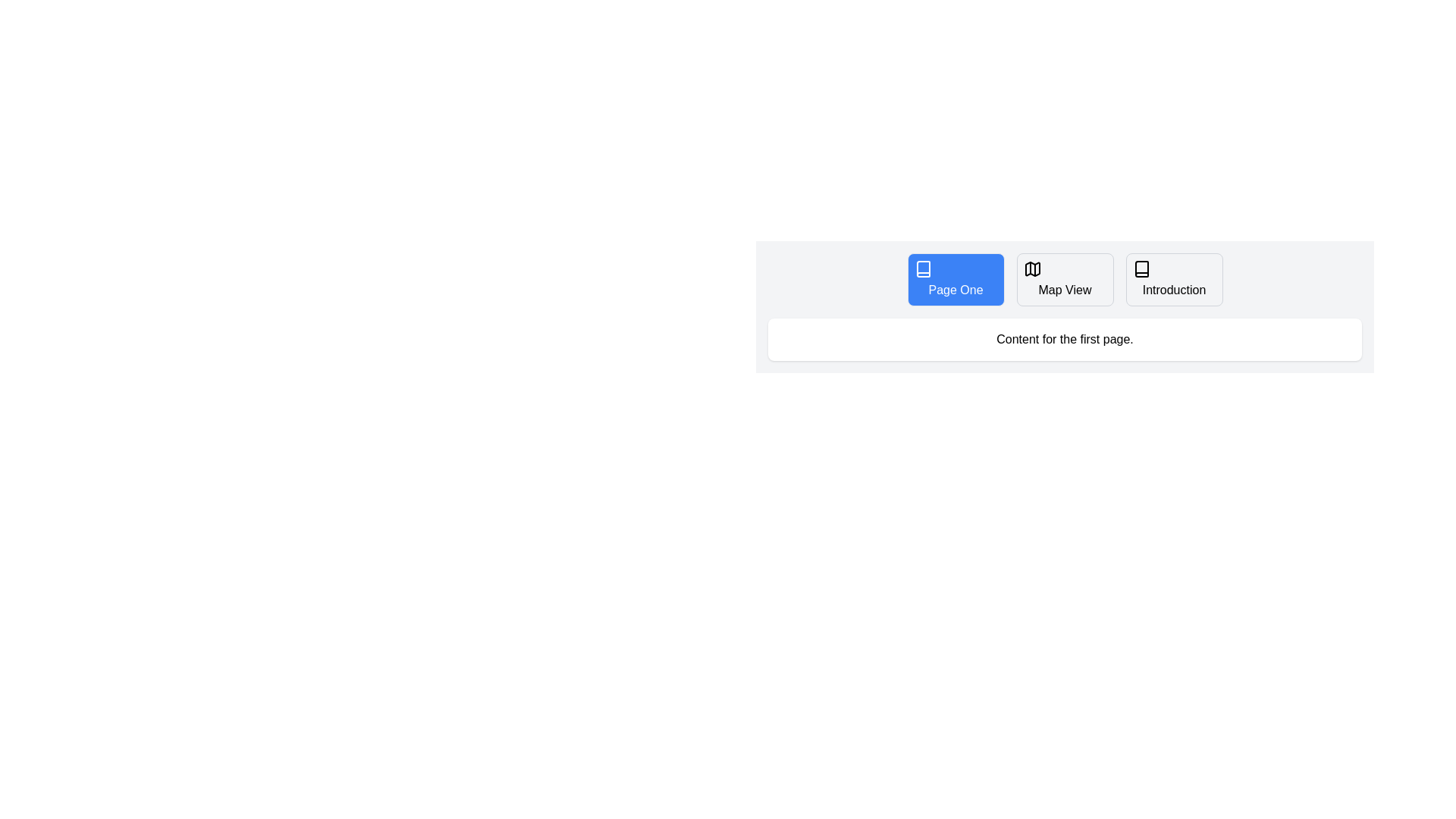 The width and height of the screenshot is (1456, 819). I want to click on the 'Page One' text label in the navigation bar, so click(955, 290).